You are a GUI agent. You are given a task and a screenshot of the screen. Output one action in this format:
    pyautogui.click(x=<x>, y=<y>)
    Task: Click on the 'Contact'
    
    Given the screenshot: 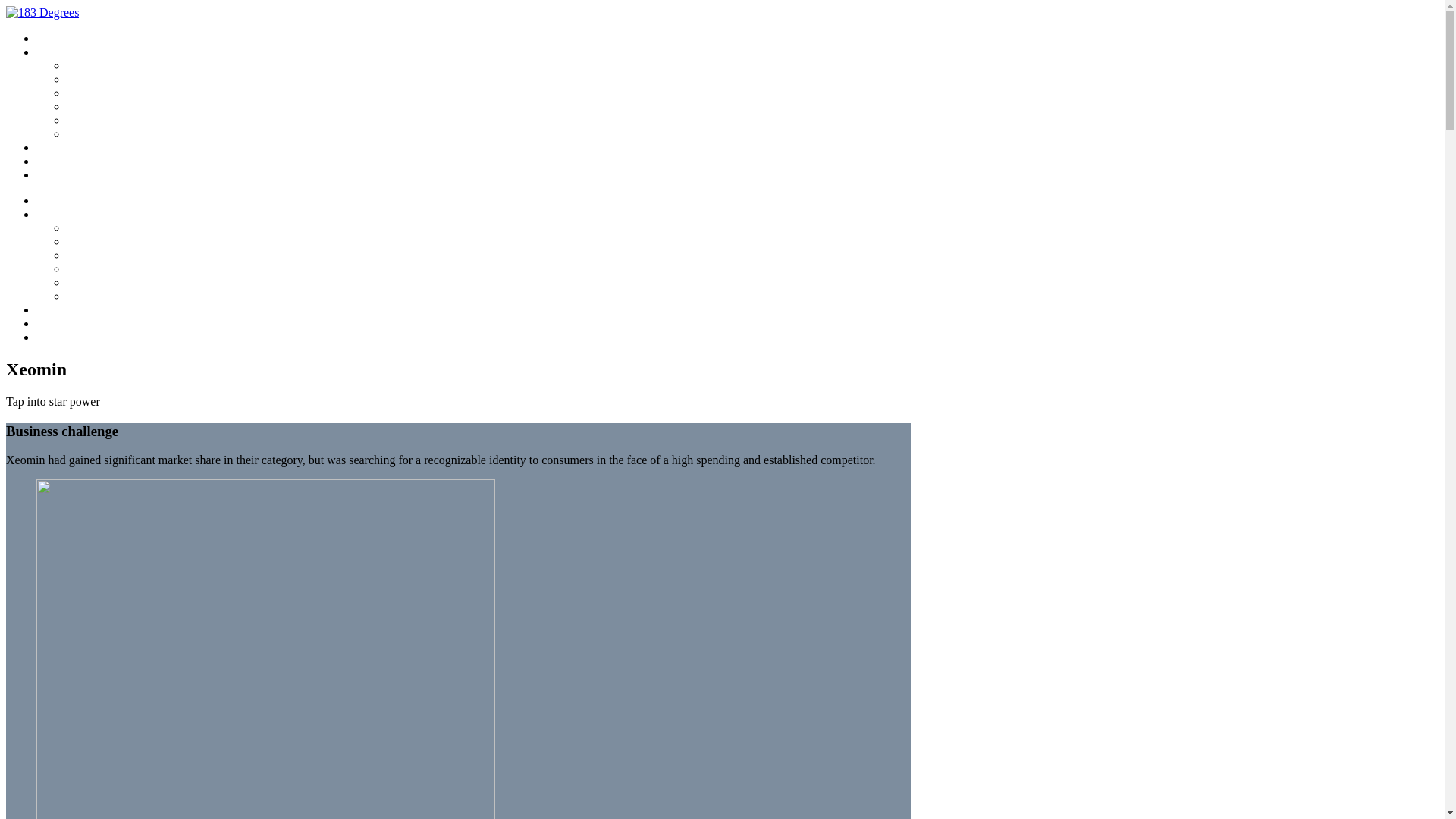 What is the action you would take?
    pyautogui.click(x=54, y=161)
    